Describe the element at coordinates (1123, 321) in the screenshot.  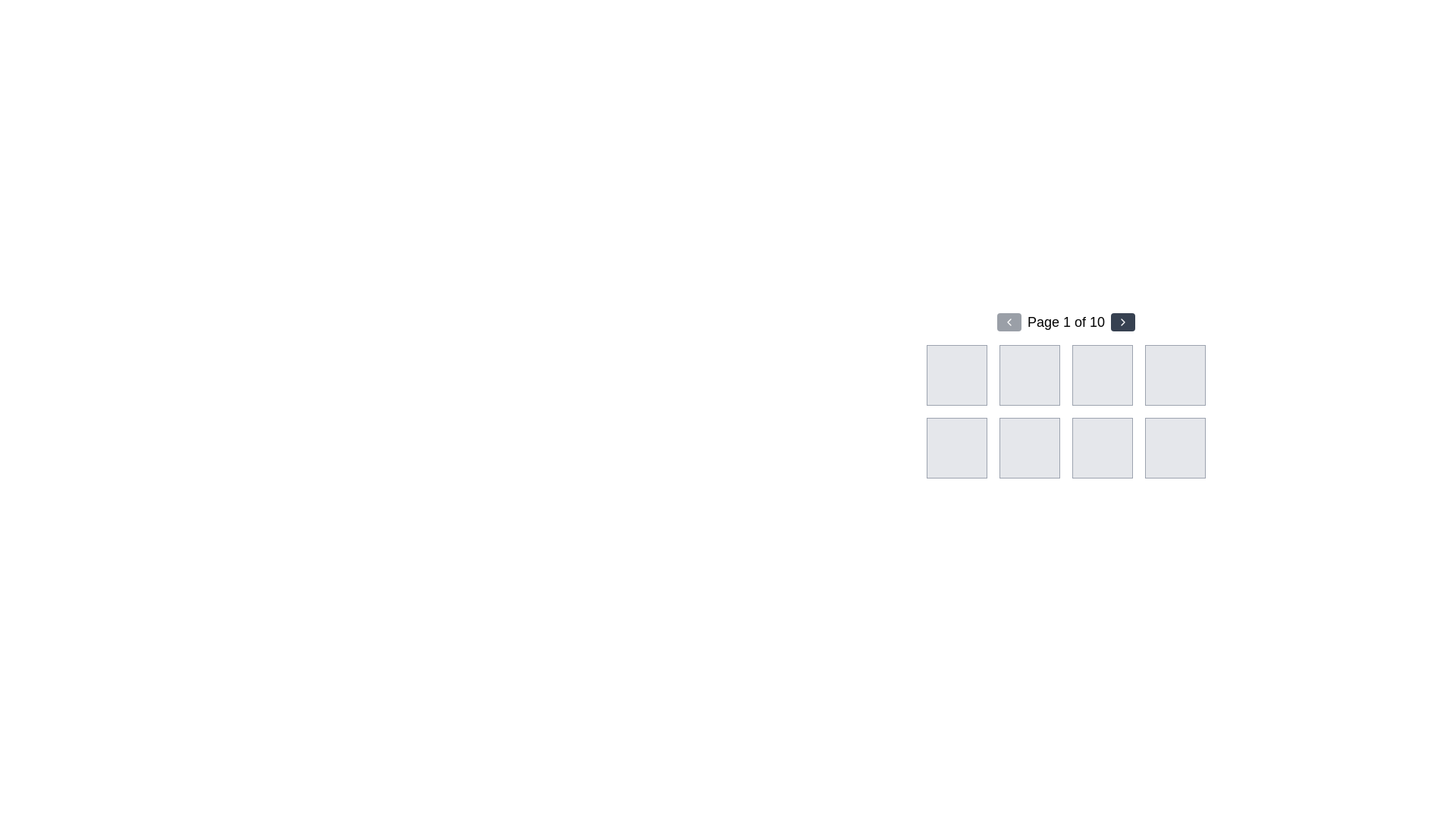
I see `the chevron icon located at the top-right section of the interface, which serves as a navigation control for paginated display` at that location.